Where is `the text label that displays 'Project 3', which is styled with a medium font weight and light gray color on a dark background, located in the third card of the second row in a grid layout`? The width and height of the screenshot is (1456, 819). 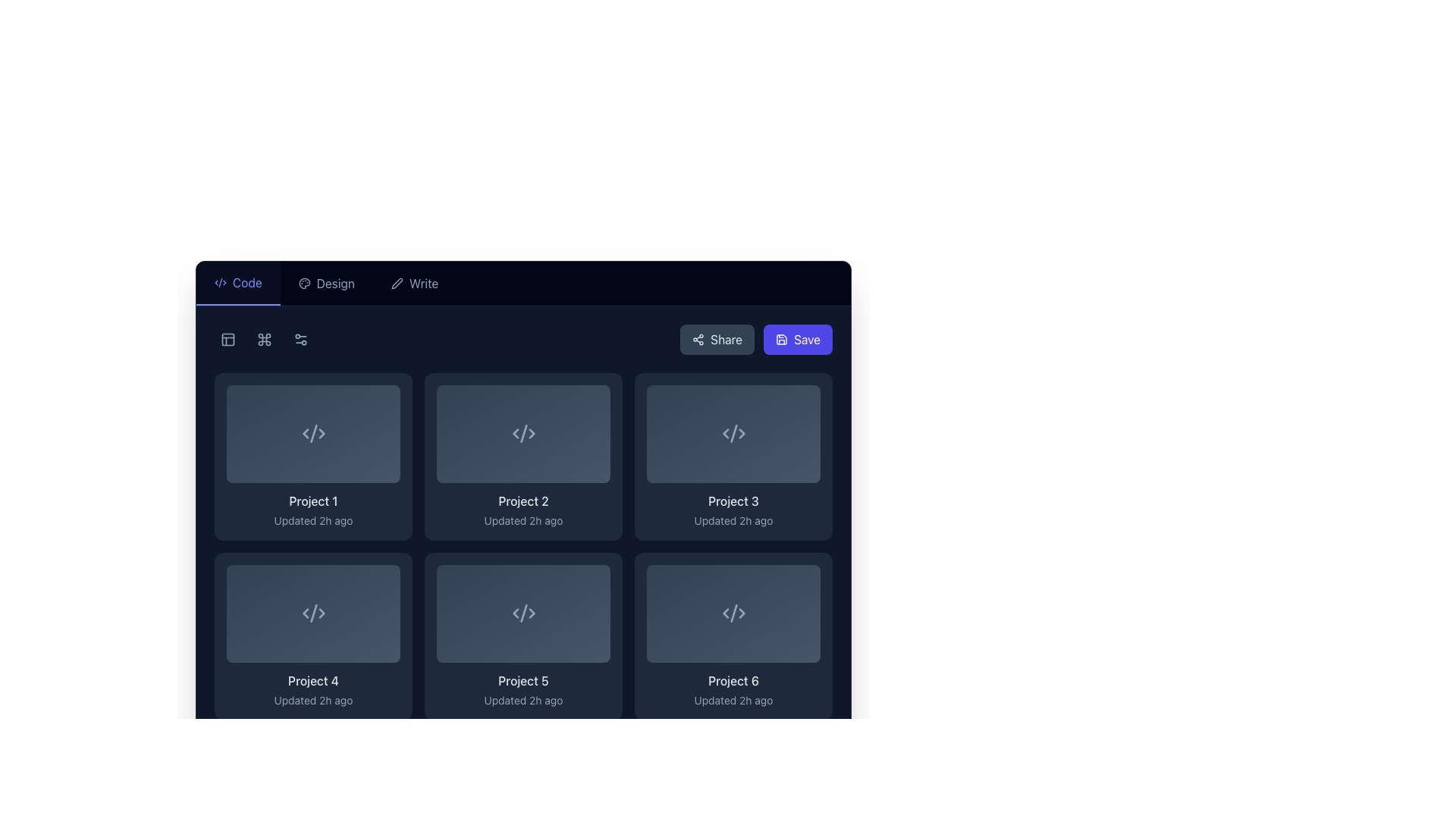
the text label that displays 'Project 3', which is styled with a medium font weight and light gray color on a dark background, located in the third card of the second row in a grid layout is located at coordinates (733, 500).